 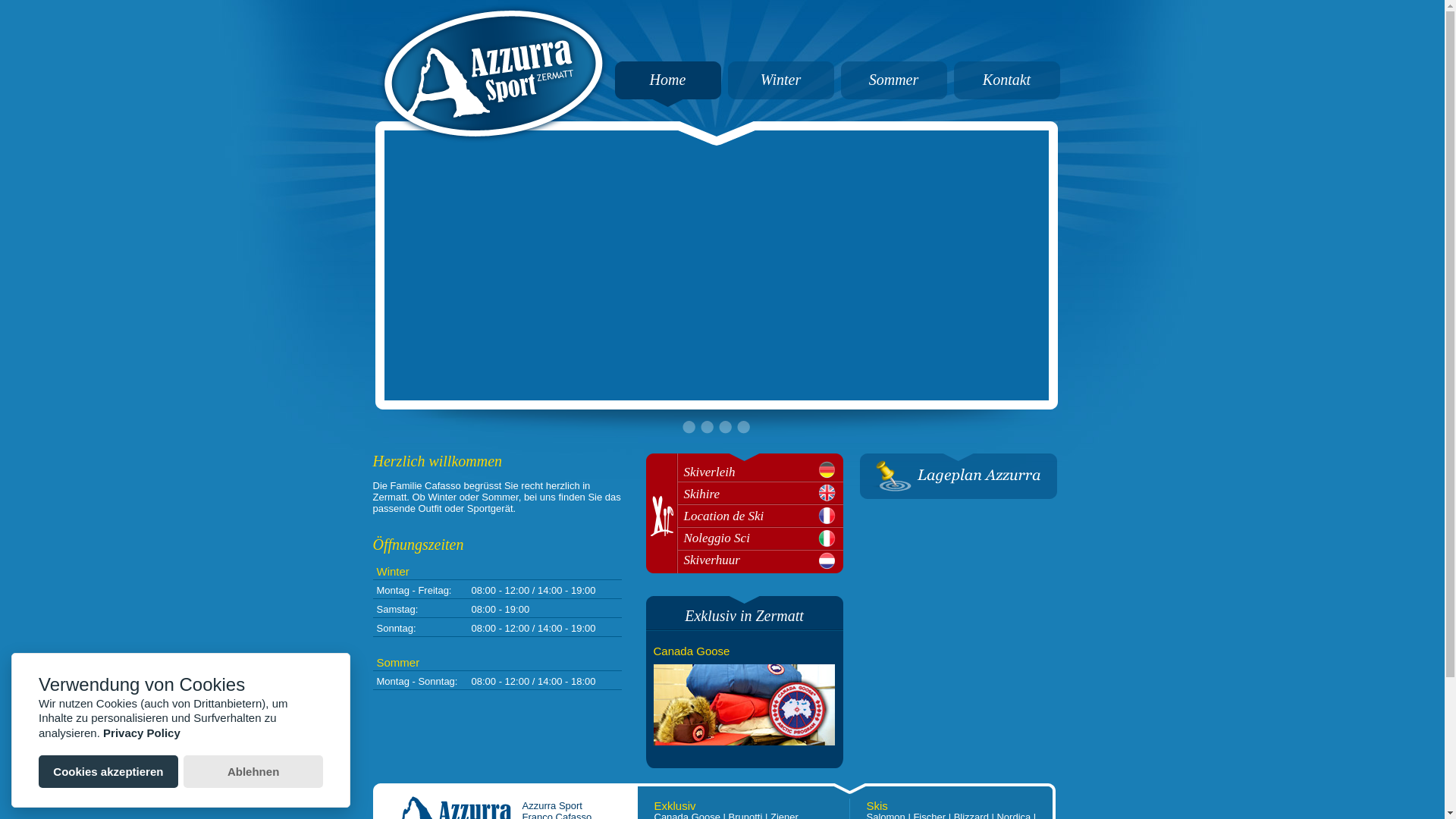 I want to click on 'Kontakt', so click(x=983, y=79).